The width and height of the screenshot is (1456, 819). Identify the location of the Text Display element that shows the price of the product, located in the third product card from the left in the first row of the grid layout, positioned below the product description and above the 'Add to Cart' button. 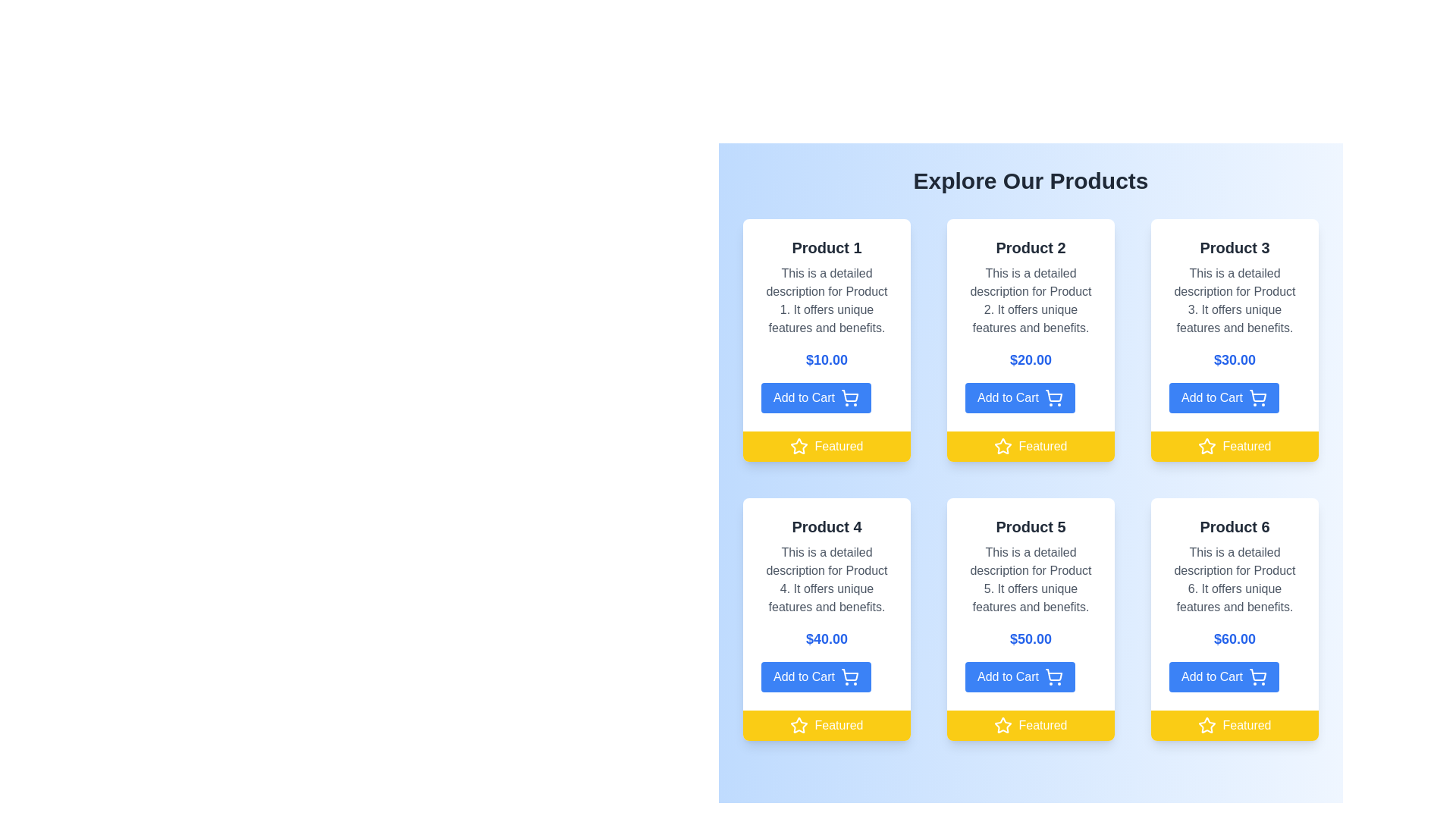
(1235, 359).